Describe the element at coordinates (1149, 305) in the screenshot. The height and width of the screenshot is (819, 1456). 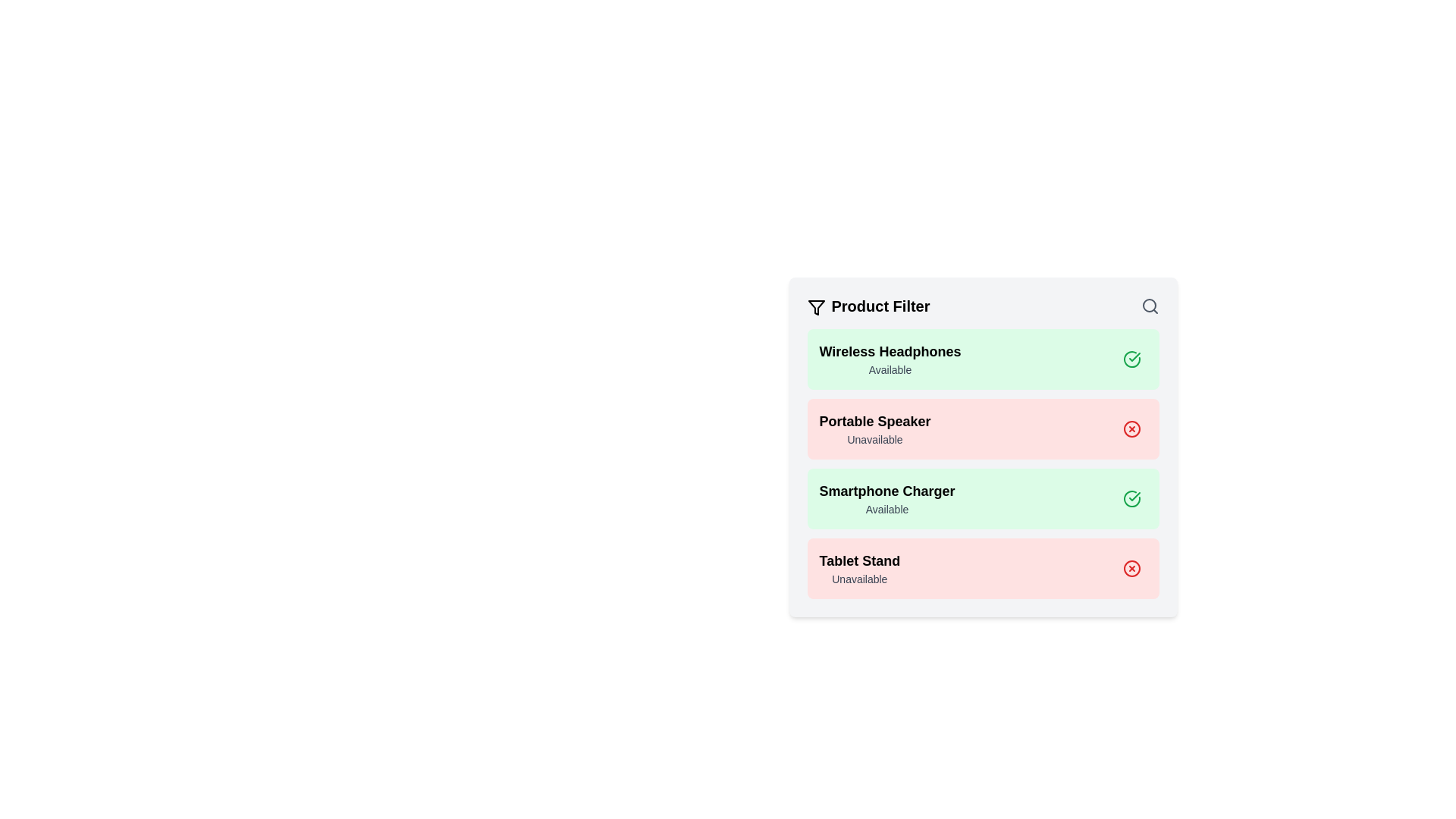
I see `the central circle of the search icon, which is located at the top-right of the application interface next to the 'Product Filter' section` at that location.